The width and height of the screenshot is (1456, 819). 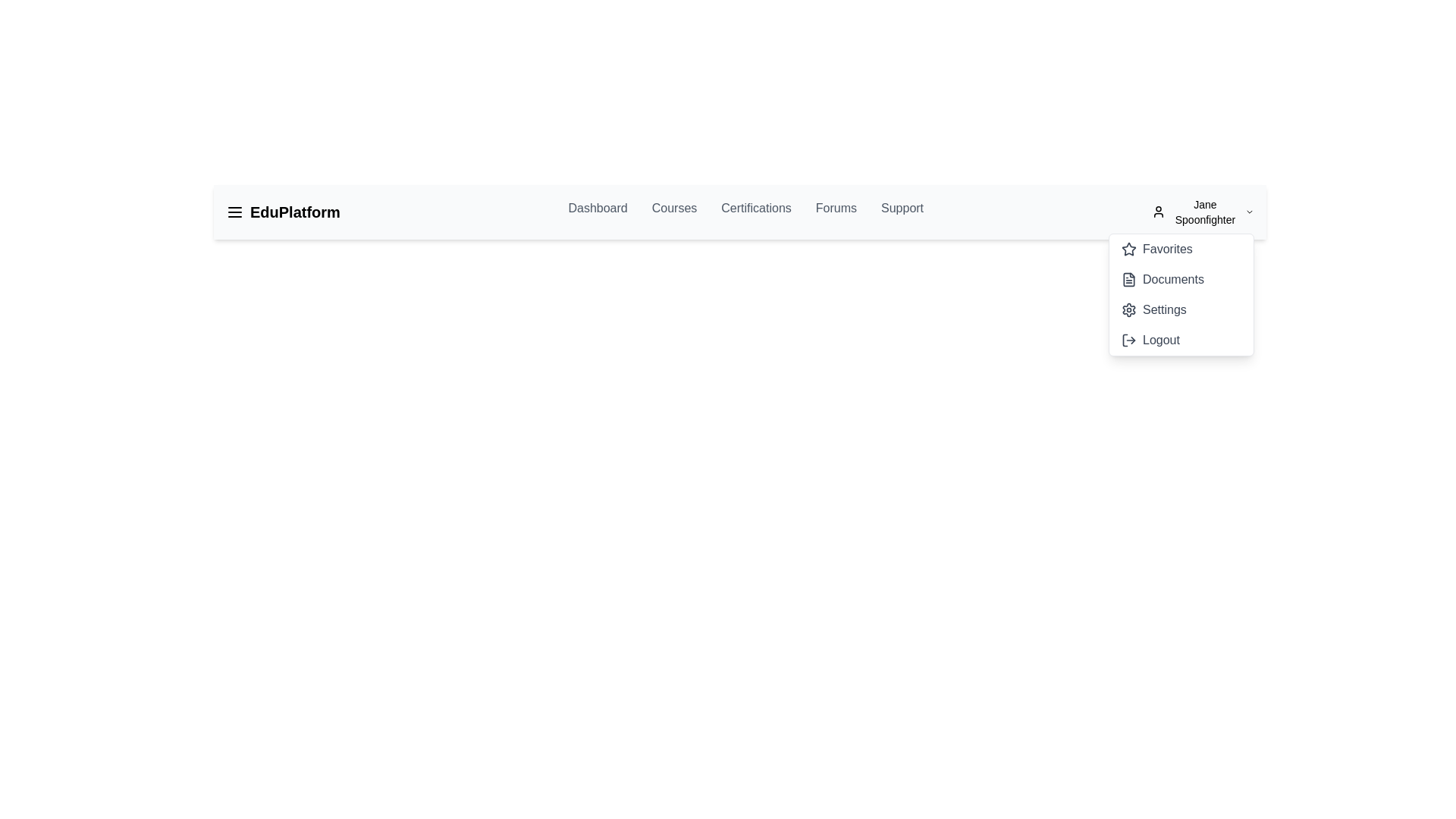 I want to click on the Hamburger Menu Icon, so click(x=234, y=212).